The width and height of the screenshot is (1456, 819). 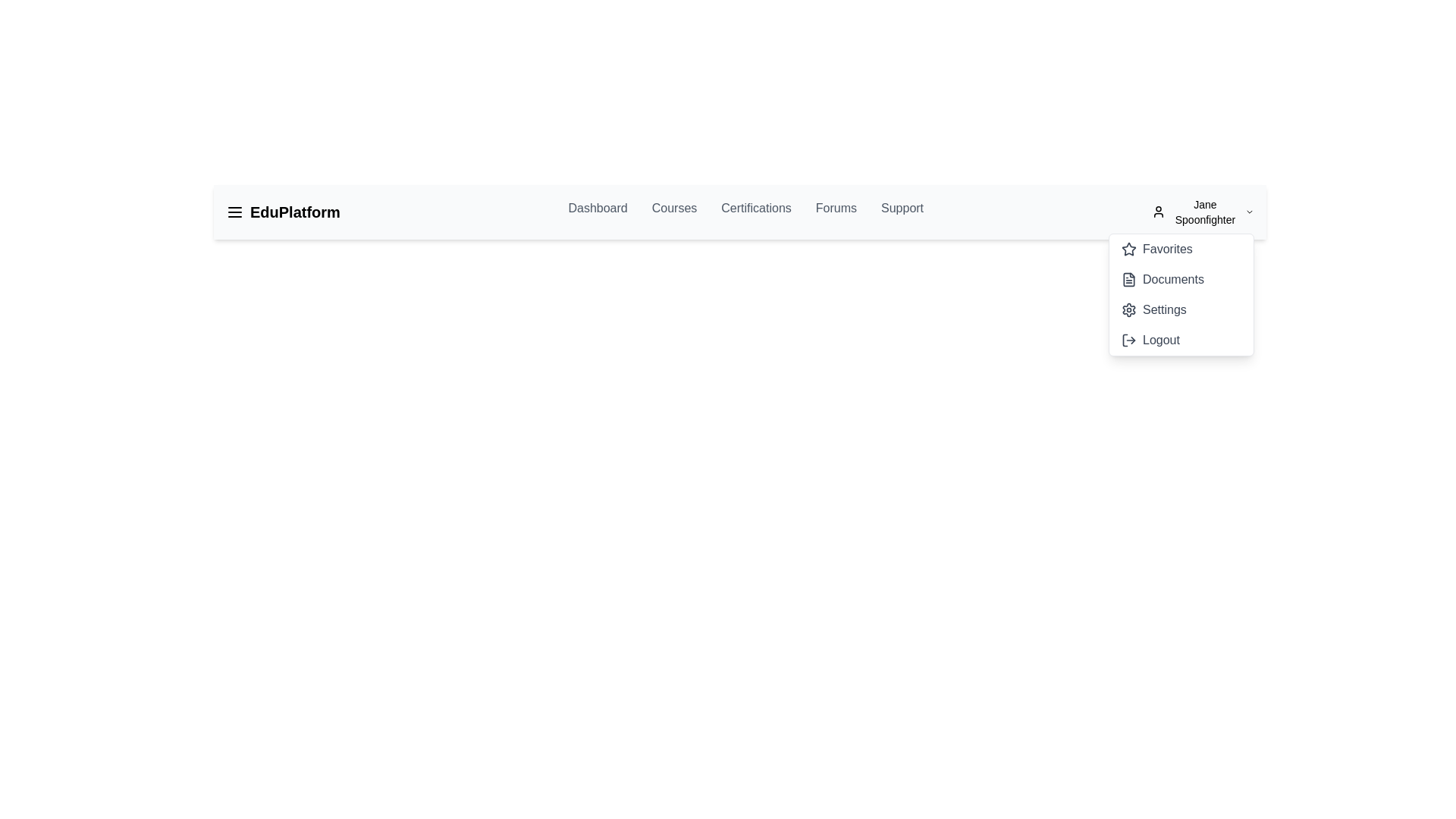 I want to click on the Hamburger Menu Icon, so click(x=234, y=212).